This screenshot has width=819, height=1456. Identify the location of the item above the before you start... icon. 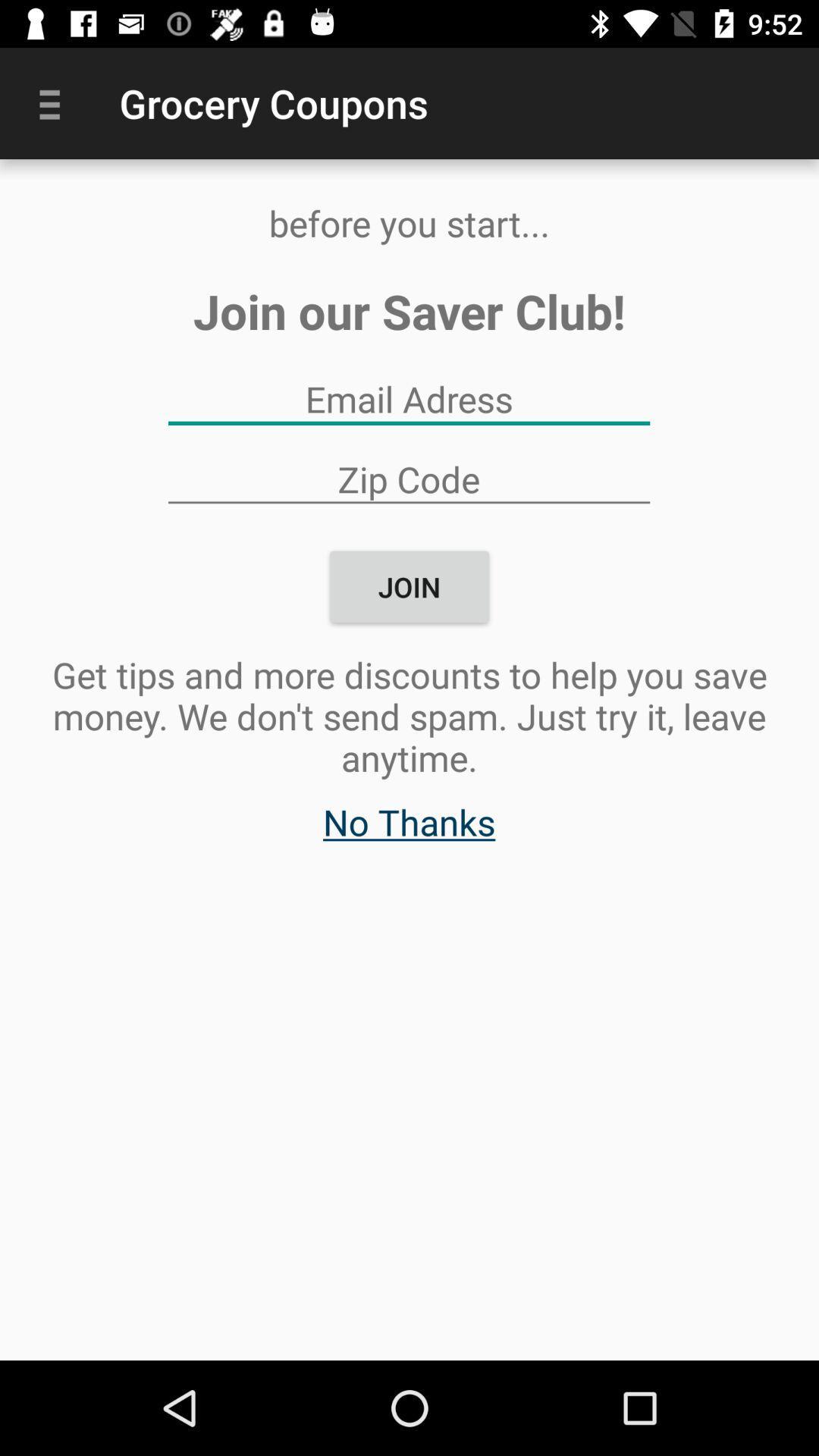
(55, 102).